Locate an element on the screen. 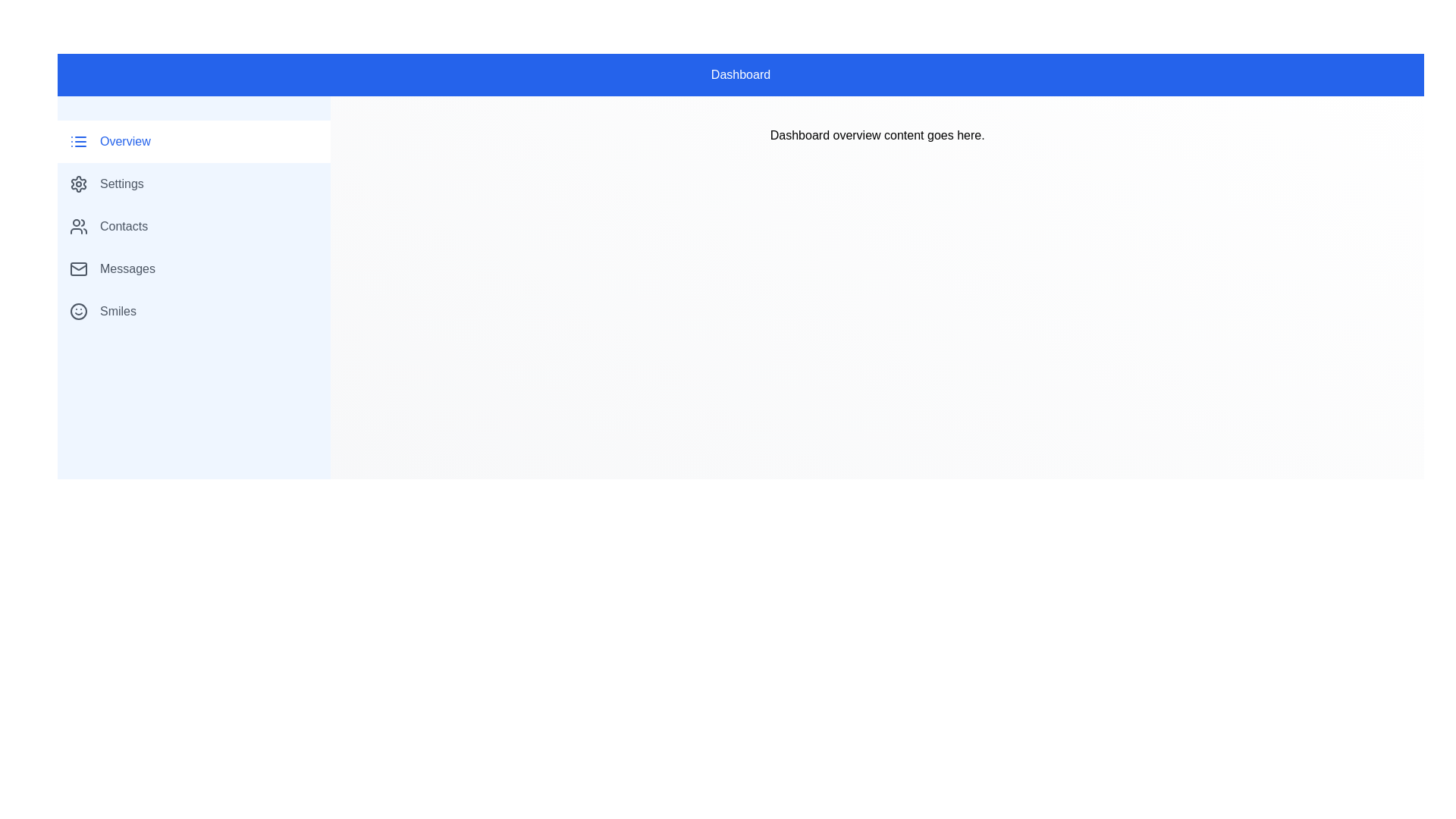  label from the Header or Title Bar which displays 'Dashboard' with a bold blue background and white text, positioned at the top of the page is located at coordinates (741, 75).